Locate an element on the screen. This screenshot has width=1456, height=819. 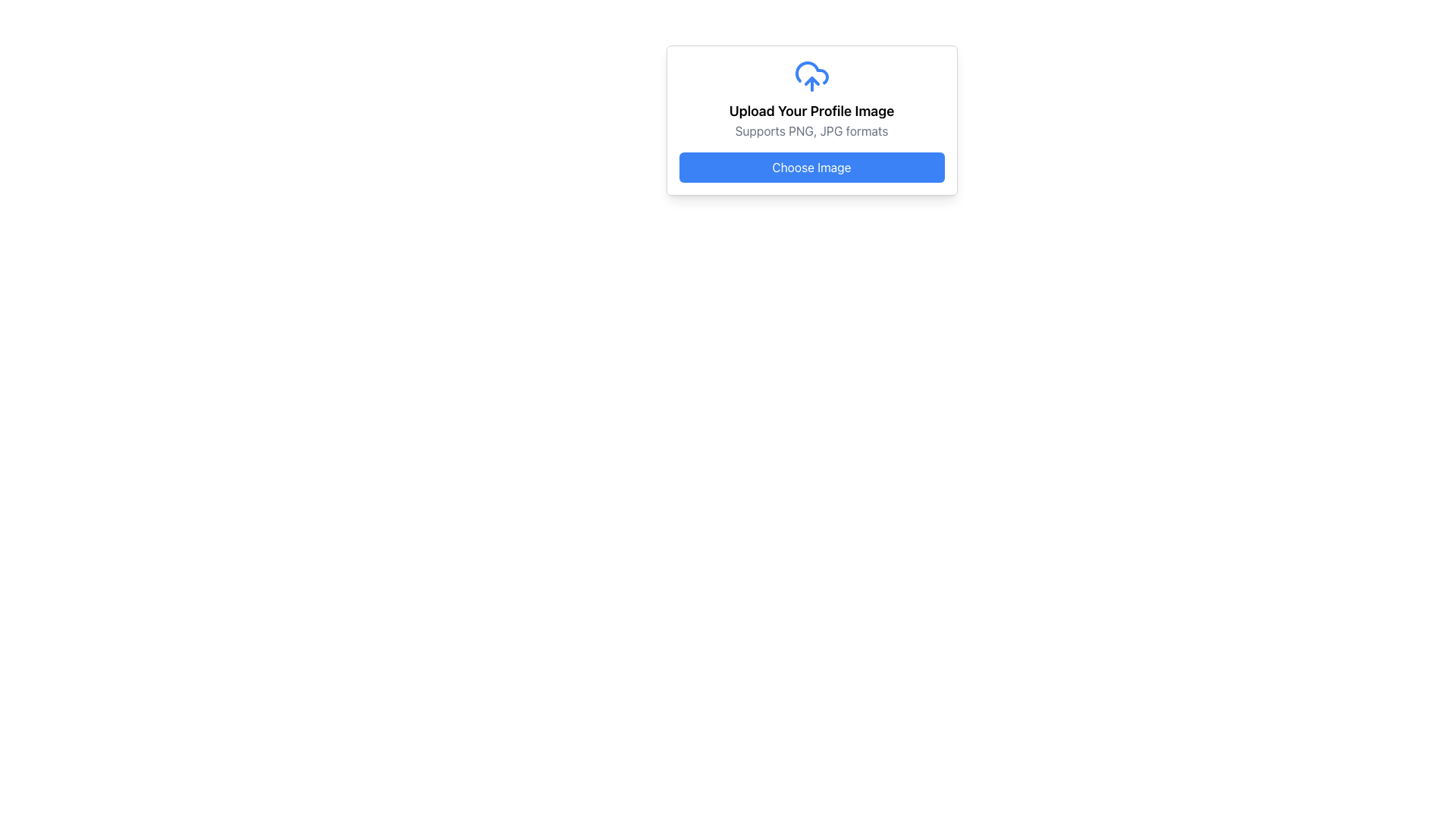
the Text Label that describes the supported file formats for upload, located directly below the 'Upload Your Profile Image' heading and centered horizontally is located at coordinates (811, 130).